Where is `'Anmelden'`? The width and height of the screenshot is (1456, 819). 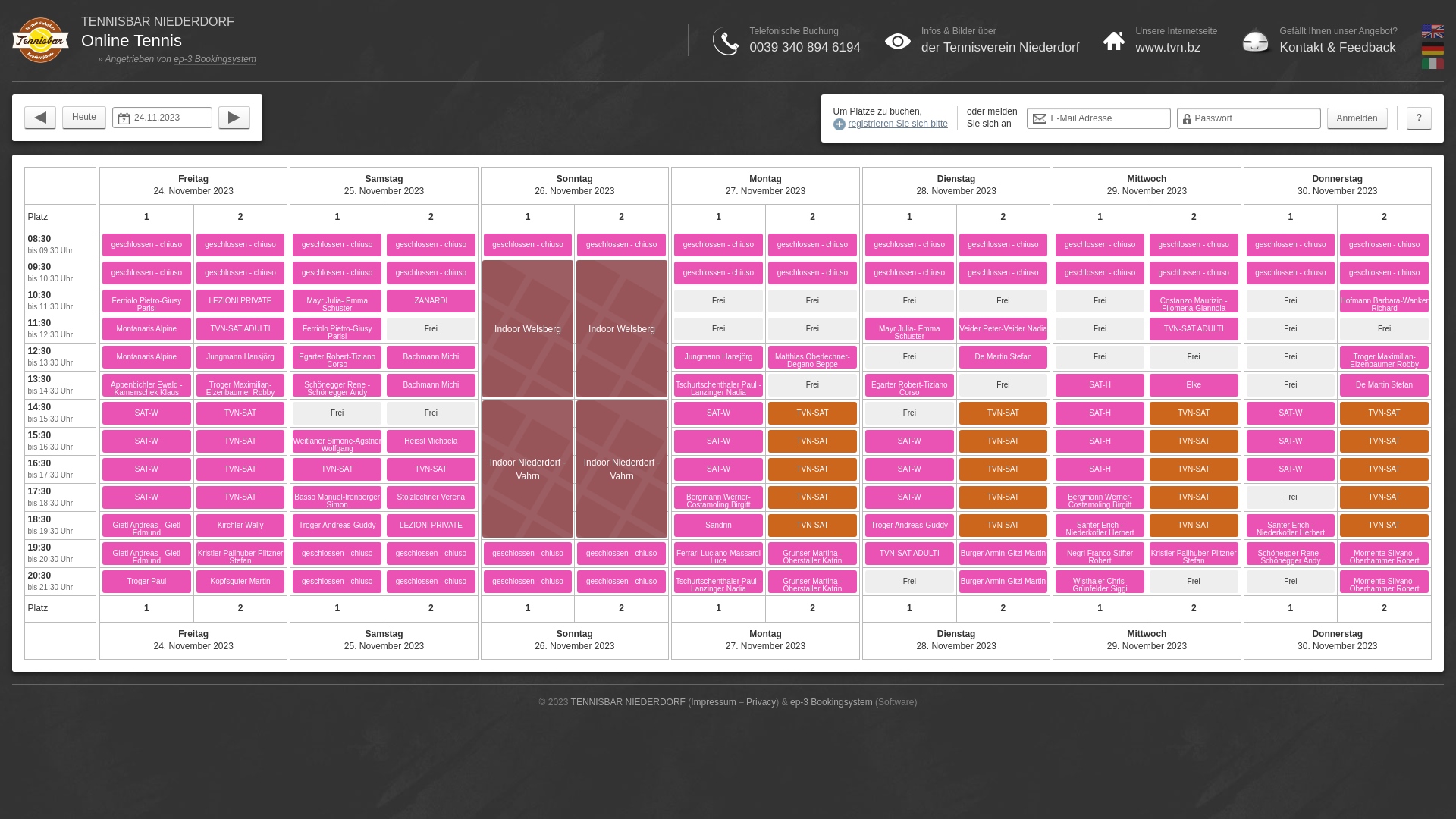
'Anmelden' is located at coordinates (1357, 117).